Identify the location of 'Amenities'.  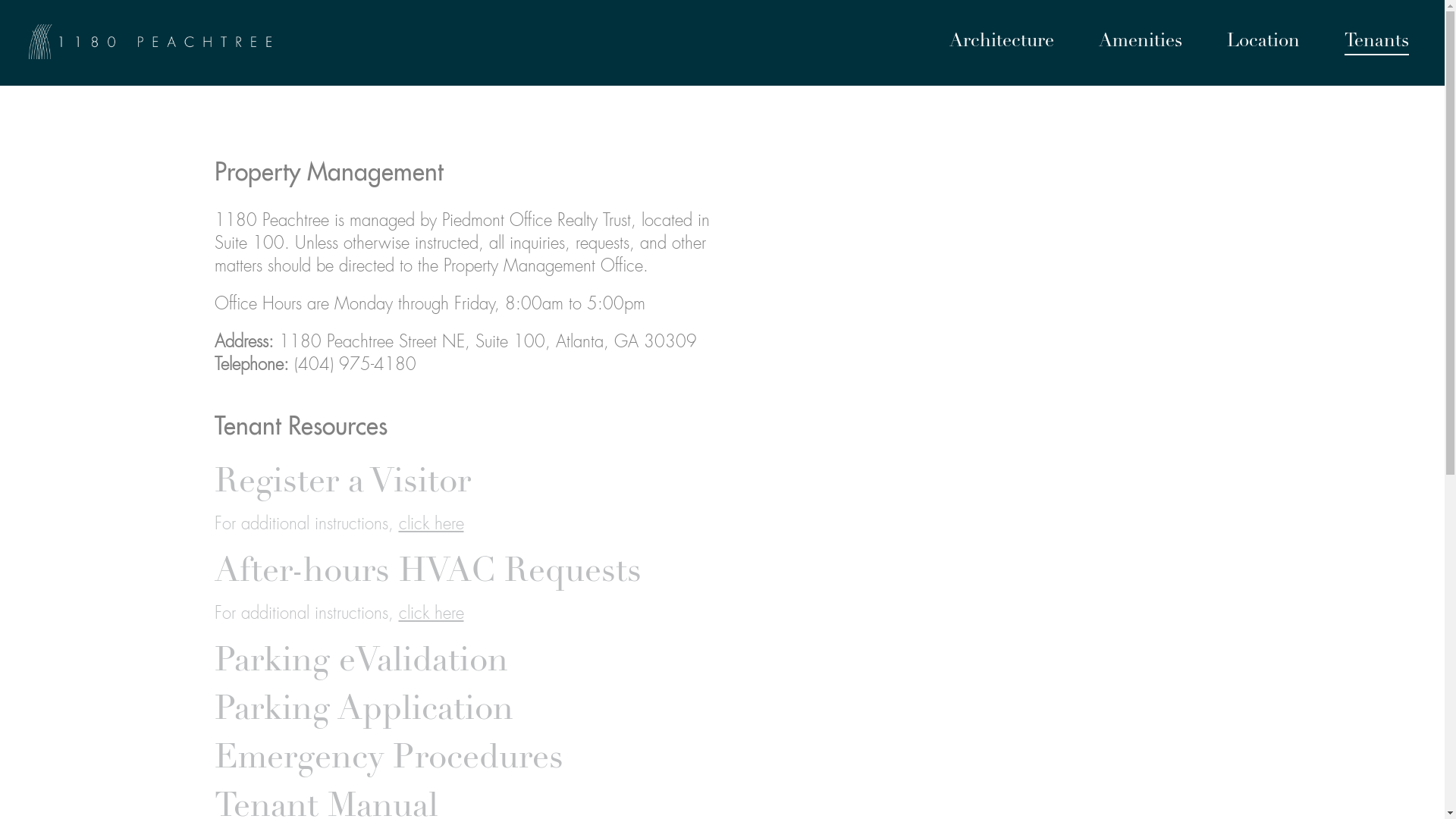
(1140, 42).